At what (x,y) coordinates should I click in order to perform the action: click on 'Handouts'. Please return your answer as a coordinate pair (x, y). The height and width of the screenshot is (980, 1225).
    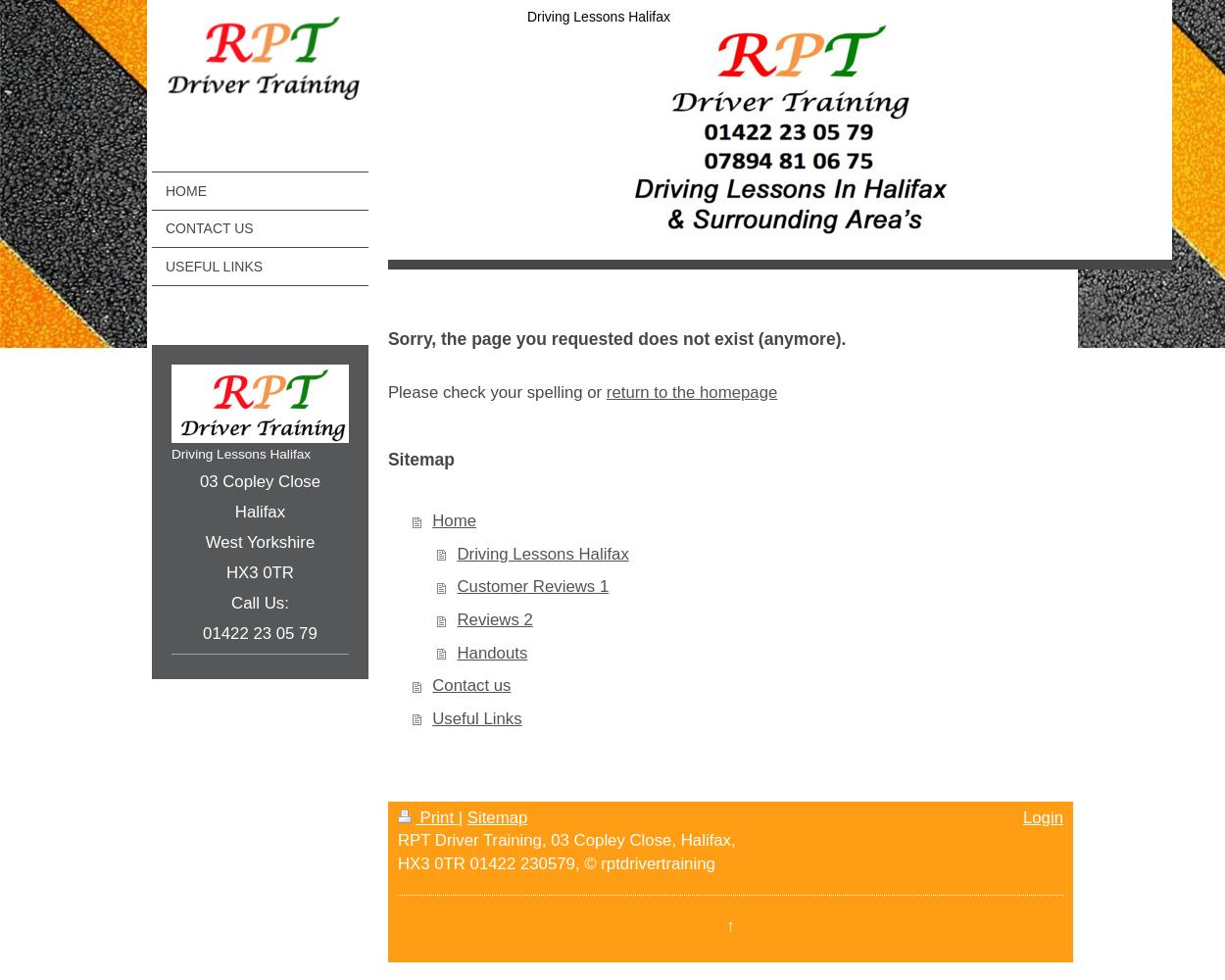
    Looking at the image, I should click on (492, 652).